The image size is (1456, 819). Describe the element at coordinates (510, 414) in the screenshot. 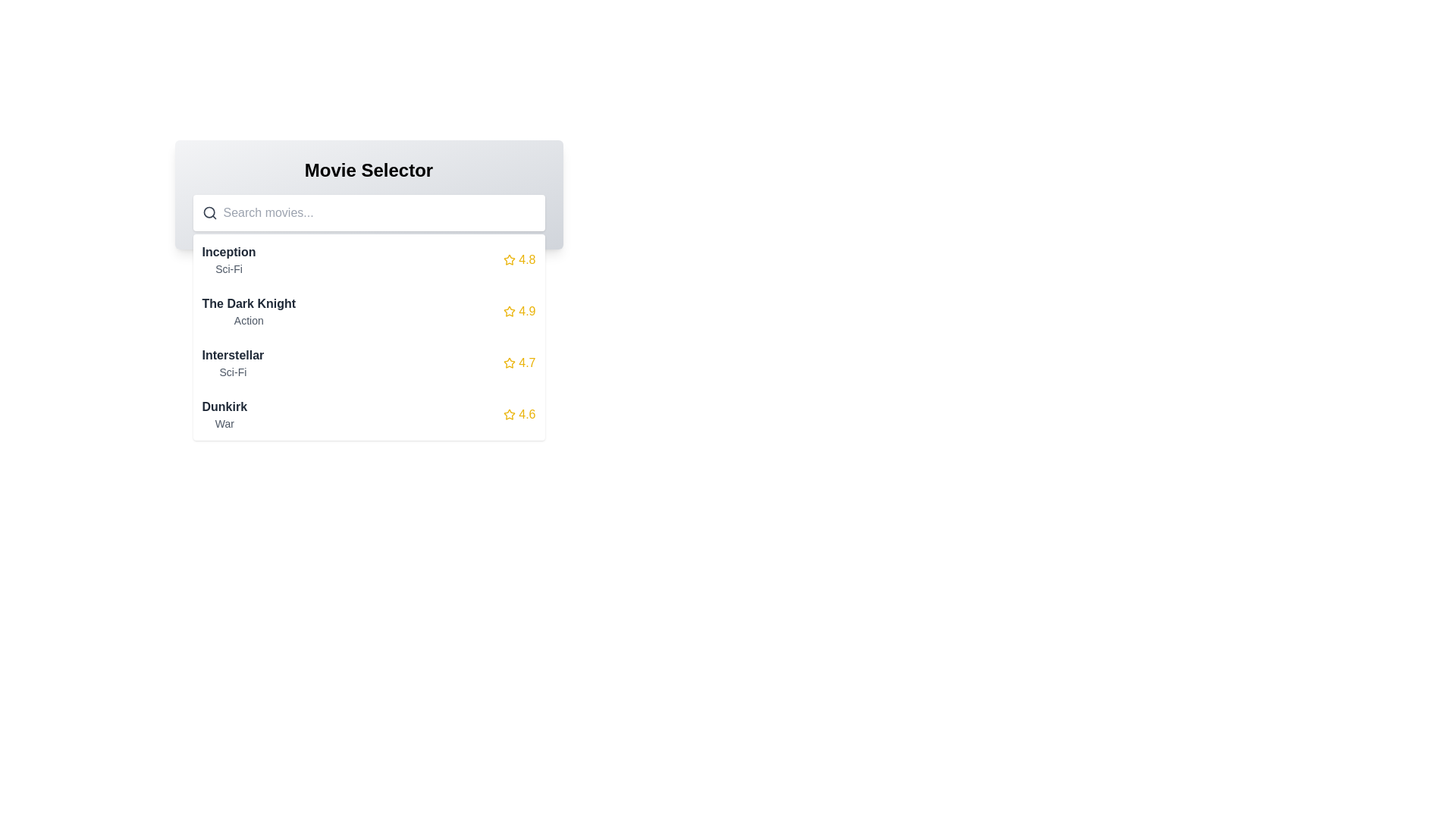

I see `the golden star icon to interact with the rating system for the movie 'Dunkirk', located next to the rating value '4.6' in the fourth row of the movie list` at that location.